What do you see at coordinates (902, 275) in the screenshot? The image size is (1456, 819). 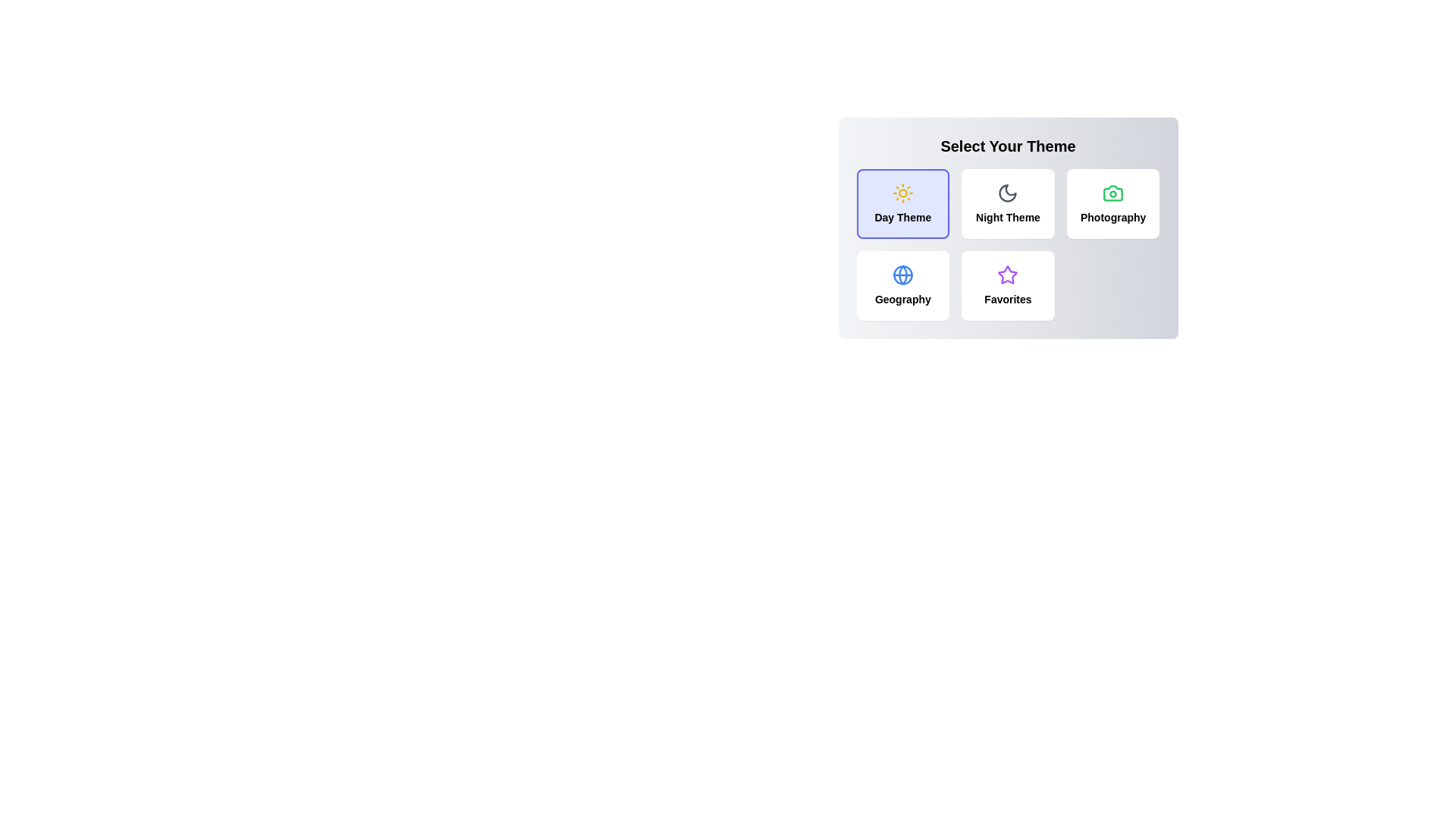 I see `the Geography icon located in the bottom-left corner of the themes section` at bounding box center [902, 275].